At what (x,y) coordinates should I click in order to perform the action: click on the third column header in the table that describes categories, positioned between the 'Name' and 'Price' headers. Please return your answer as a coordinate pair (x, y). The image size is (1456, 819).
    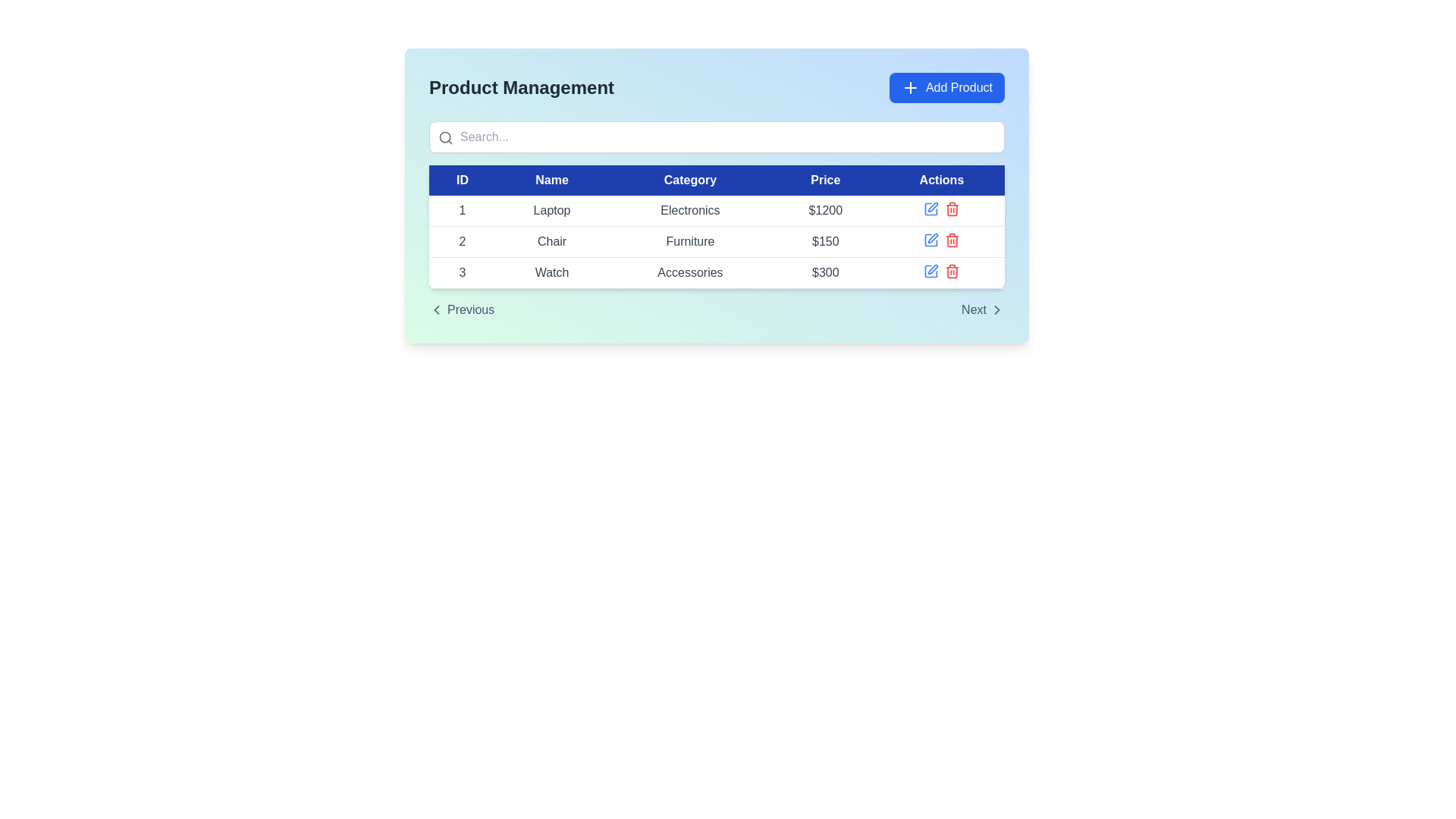
    Looking at the image, I should click on (689, 180).